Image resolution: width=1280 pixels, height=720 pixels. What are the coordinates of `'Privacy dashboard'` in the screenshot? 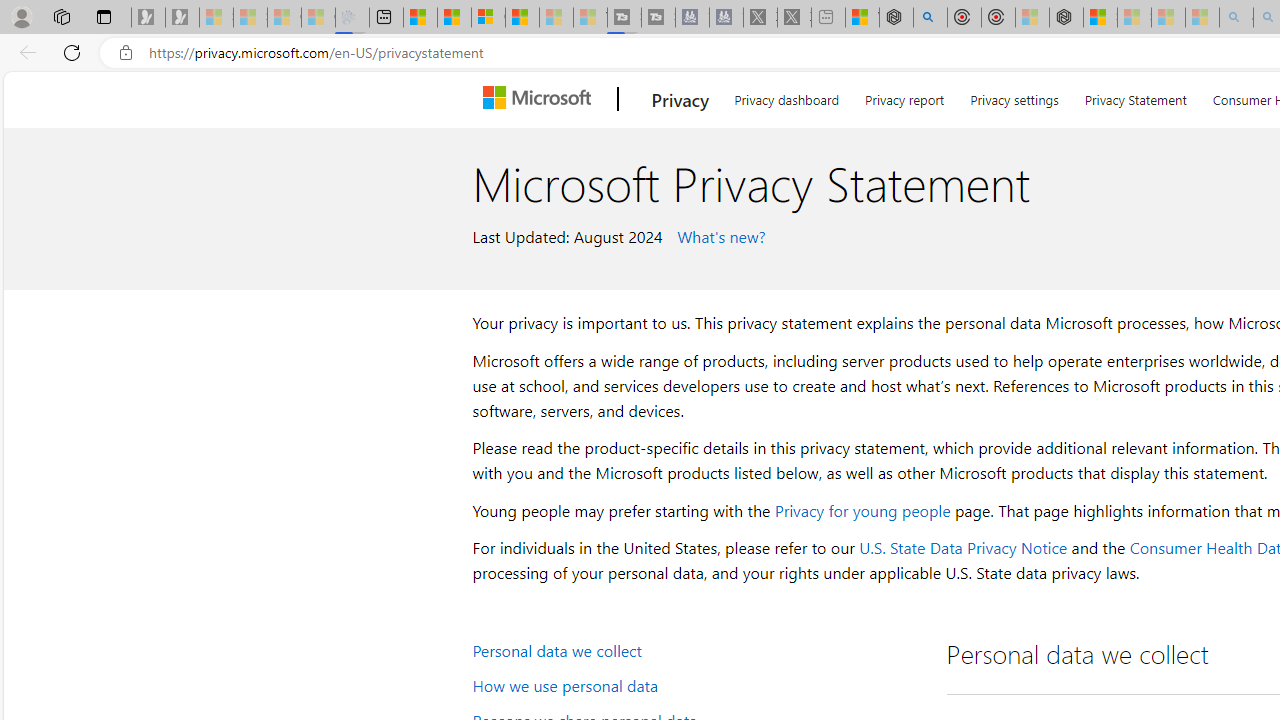 It's located at (785, 96).